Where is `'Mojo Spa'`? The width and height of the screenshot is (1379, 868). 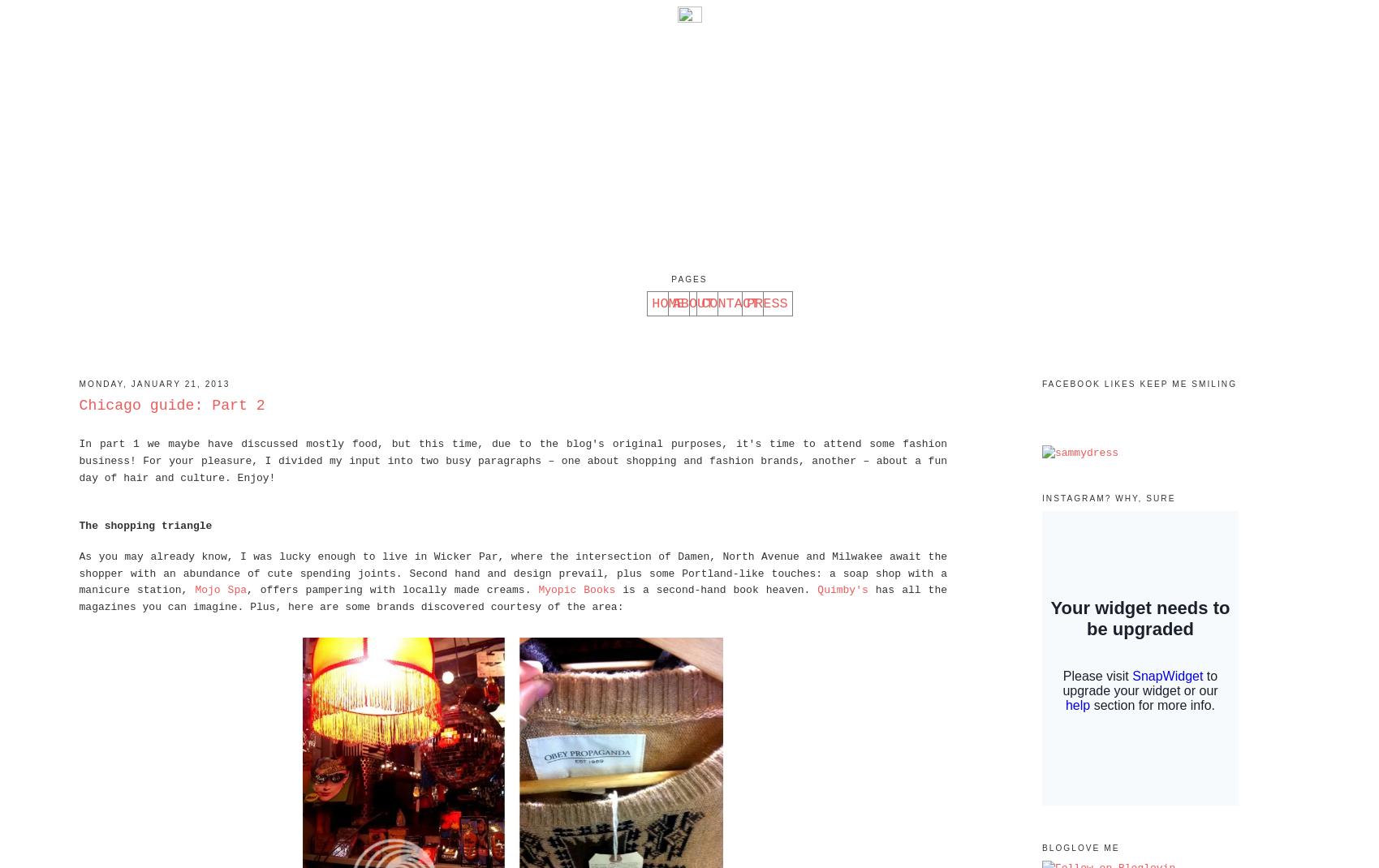 'Mojo Spa' is located at coordinates (221, 589).